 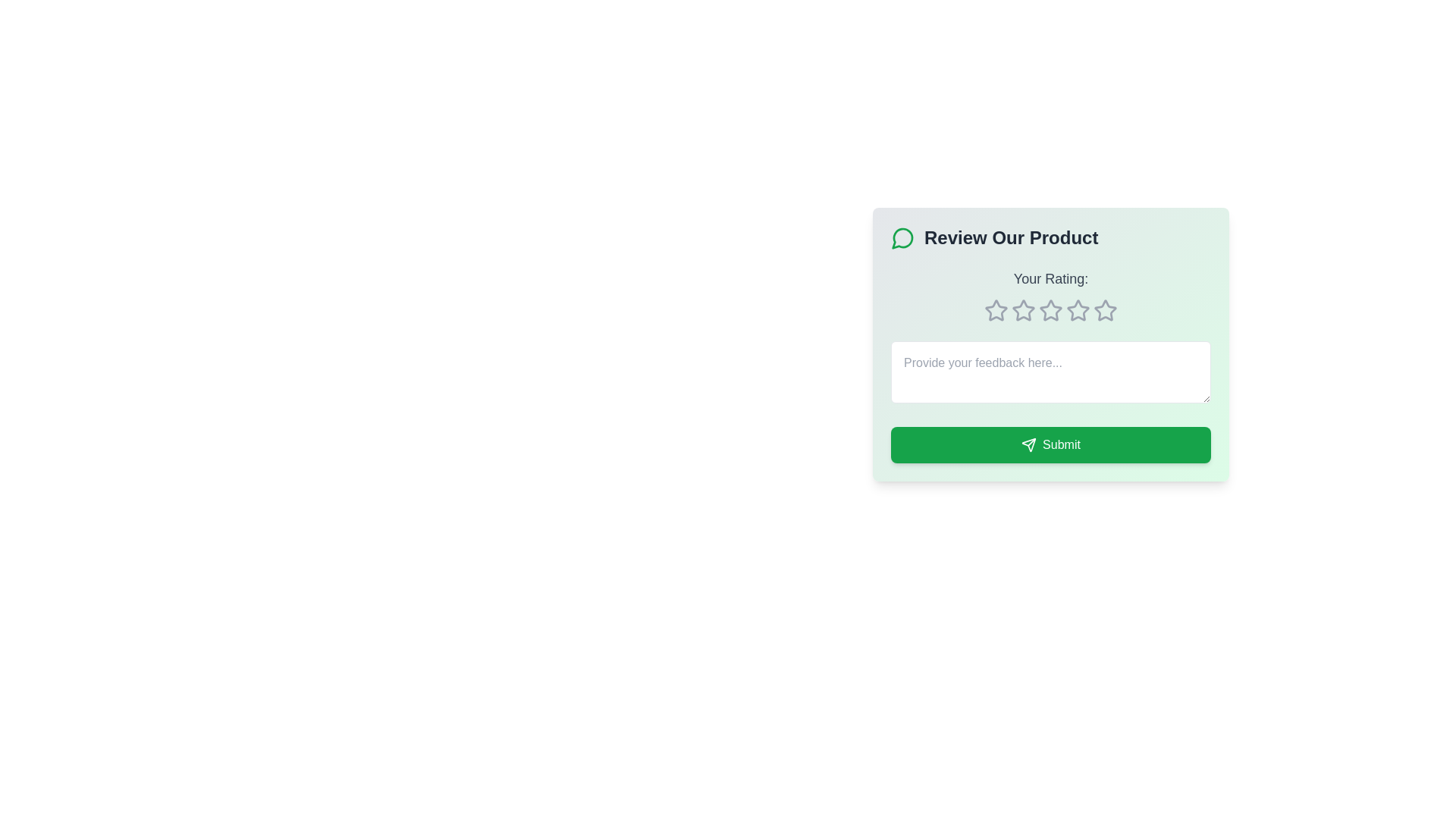 I want to click on the circular speech bubble icon outlined in green, which is positioned to the left of the text 'Review Our Product', so click(x=902, y=237).